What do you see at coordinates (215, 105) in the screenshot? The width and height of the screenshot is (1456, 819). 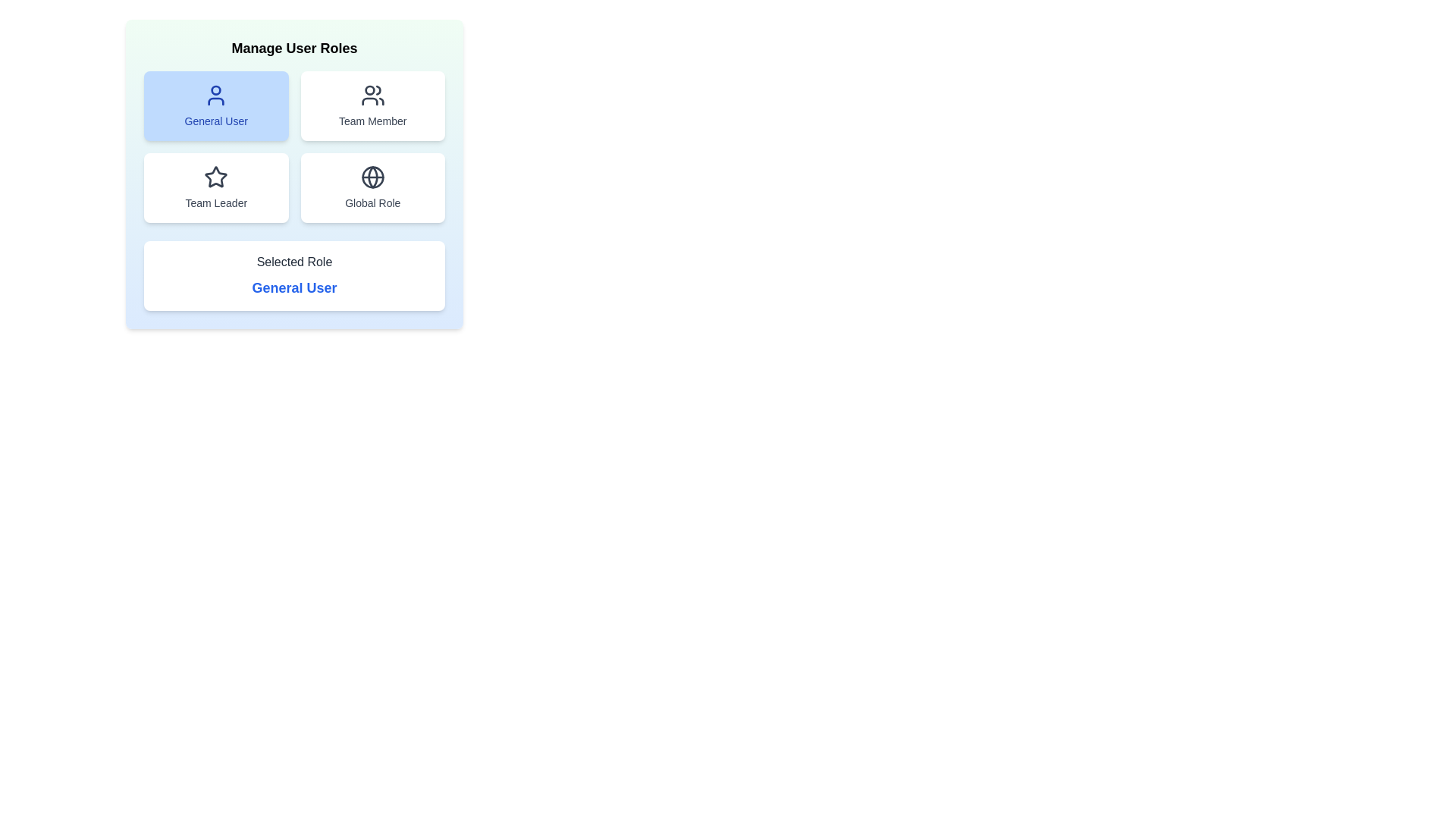 I see `the button labeled General User to observe its hover effect` at bounding box center [215, 105].